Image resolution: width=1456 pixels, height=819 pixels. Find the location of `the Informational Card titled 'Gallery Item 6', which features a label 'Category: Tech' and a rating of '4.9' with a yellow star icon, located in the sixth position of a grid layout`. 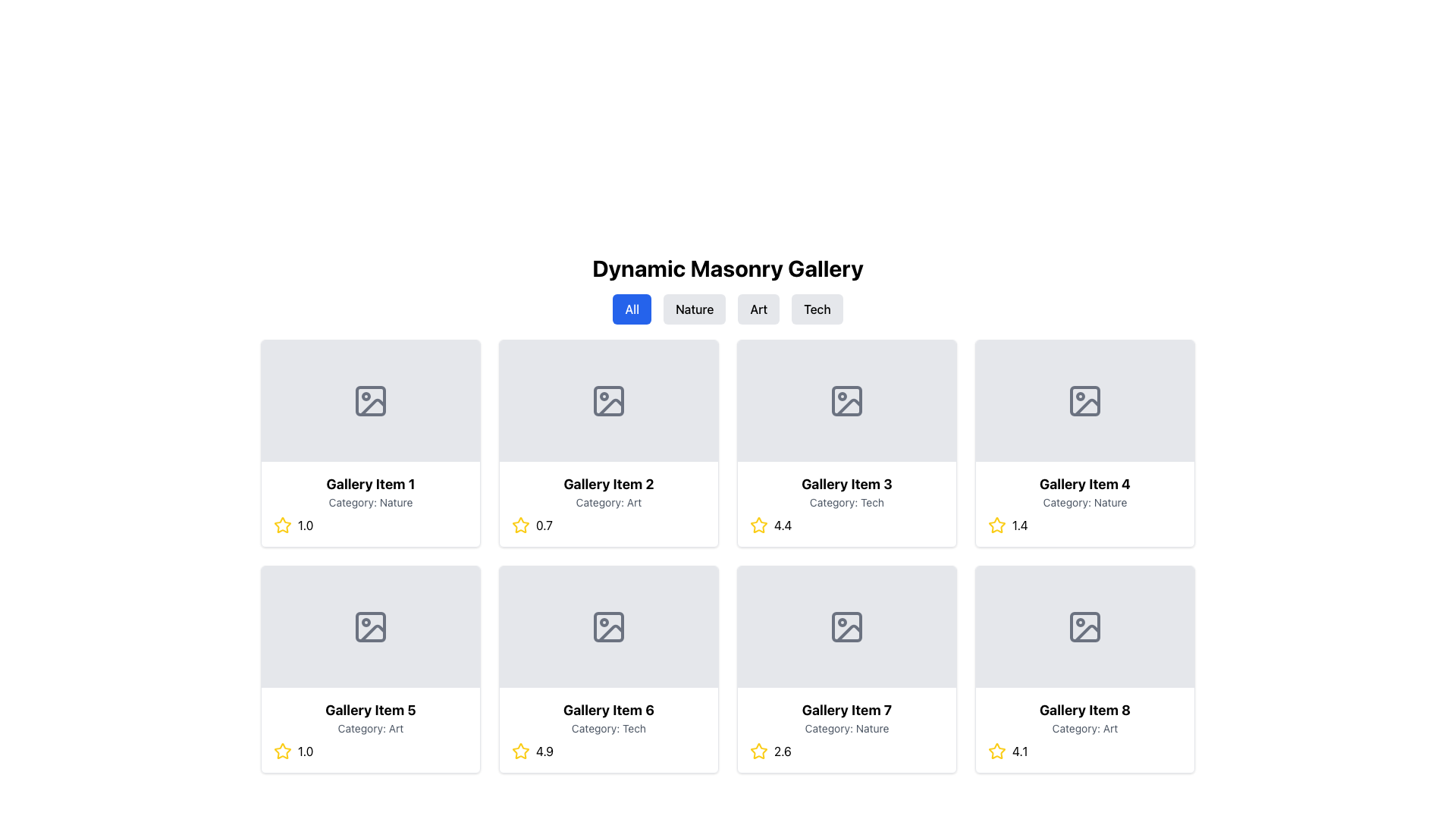

the Informational Card titled 'Gallery Item 6', which features a label 'Category: Tech' and a rating of '4.9' with a yellow star icon, located in the sixth position of a grid layout is located at coordinates (608, 730).